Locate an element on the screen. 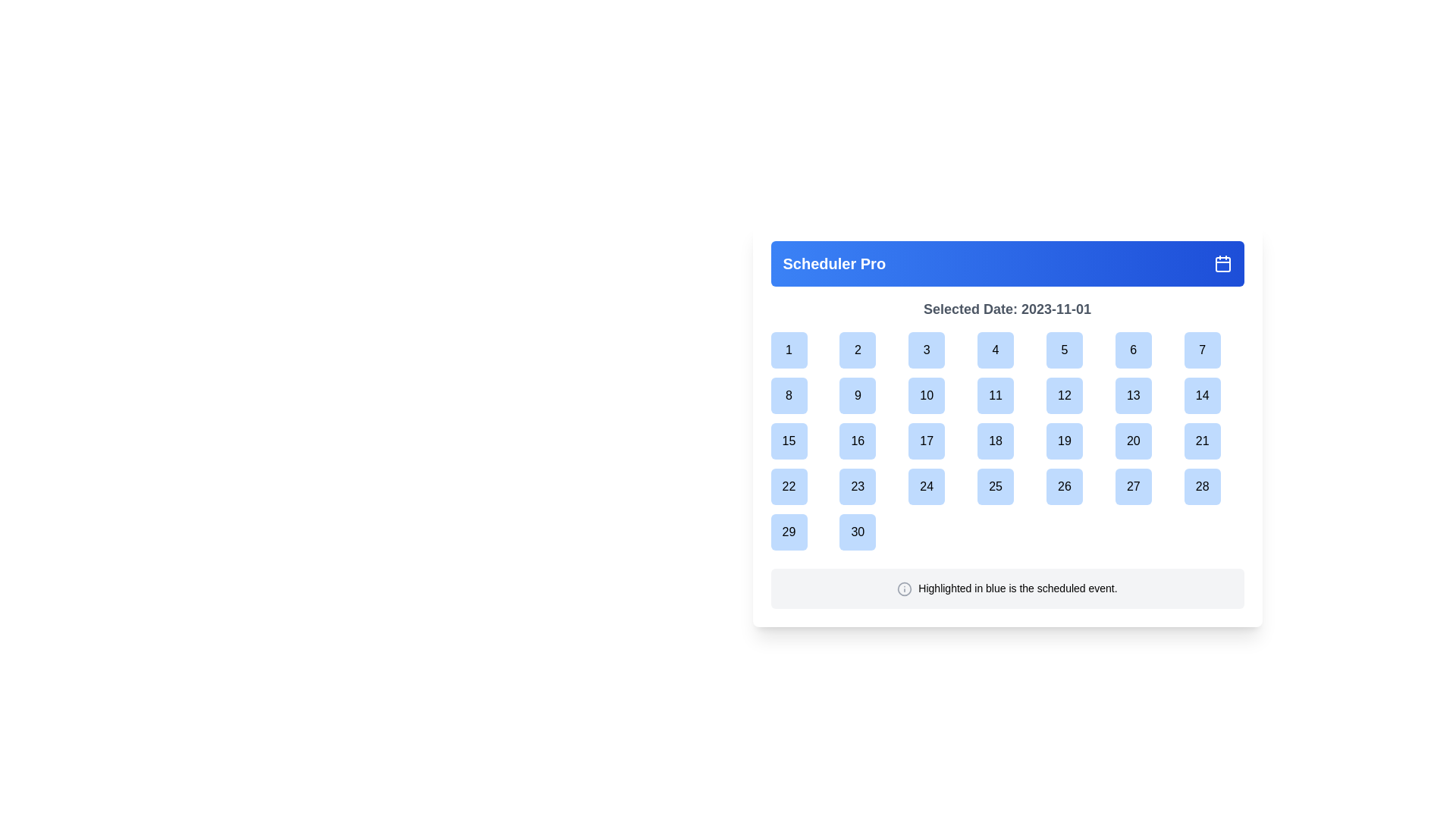  the square button with rounded corners, light blue background, and bold black numeral '12' to observe its hover effect is located at coordinates (1063, 394).